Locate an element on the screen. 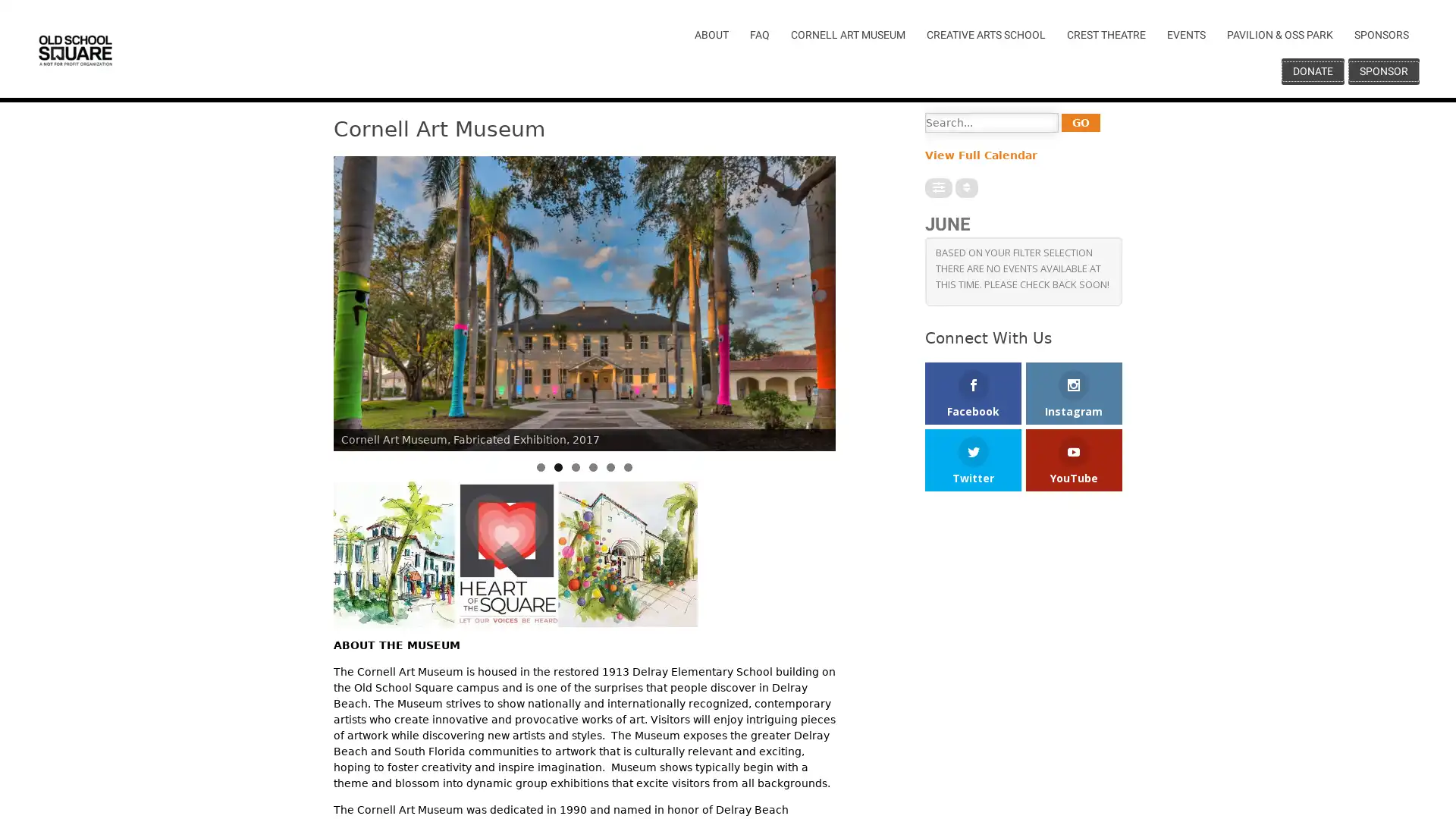 The height and width of the screenshot is (819, 1456). GO is located at coordinates (1080, 121).